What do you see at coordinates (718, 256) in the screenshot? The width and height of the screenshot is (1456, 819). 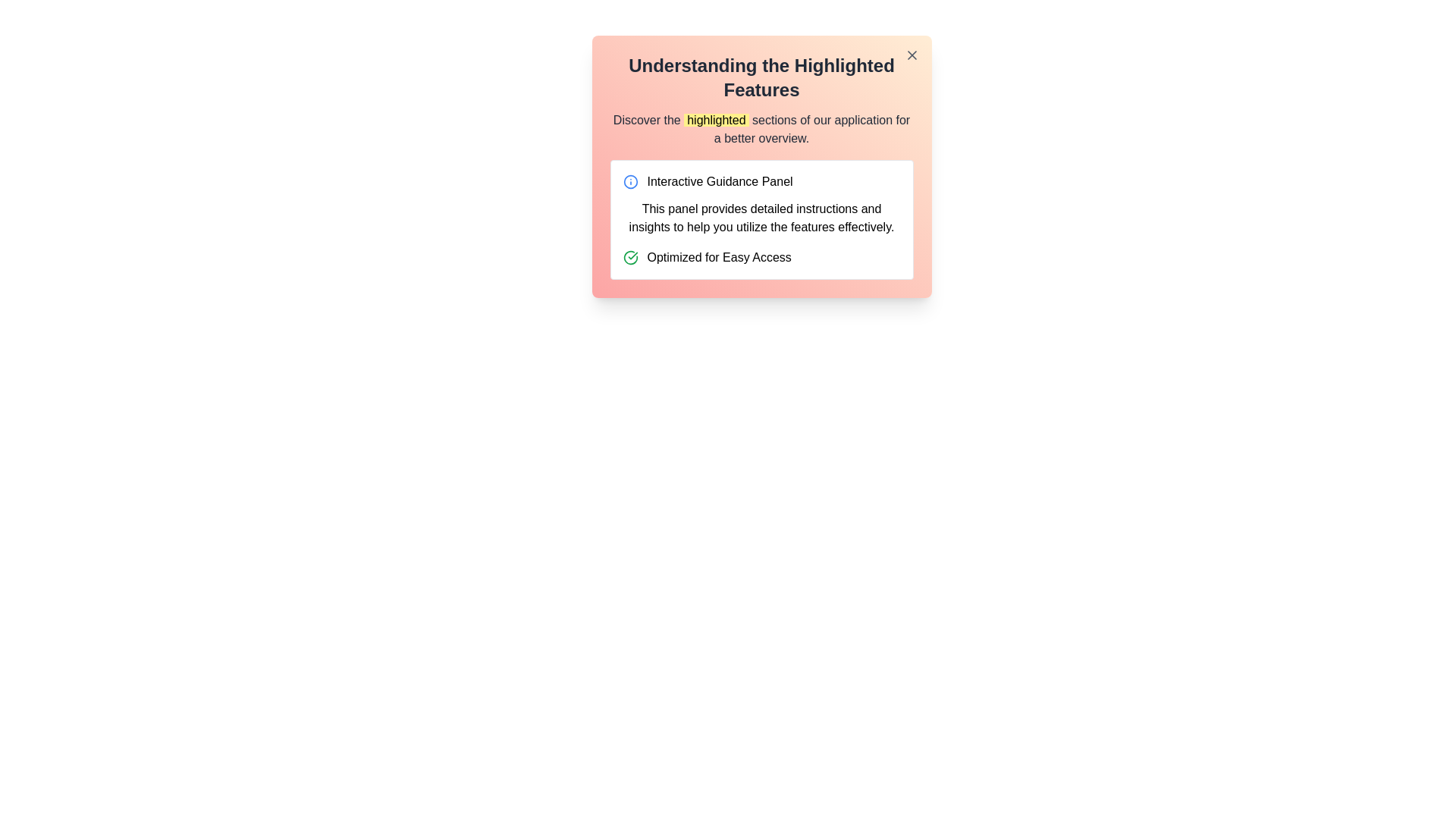 I see `the text label displaying 'Optimized for Easy Access', which is styled in black font on a white background, located within a pop-up panel` at bounding box center [718, 256].